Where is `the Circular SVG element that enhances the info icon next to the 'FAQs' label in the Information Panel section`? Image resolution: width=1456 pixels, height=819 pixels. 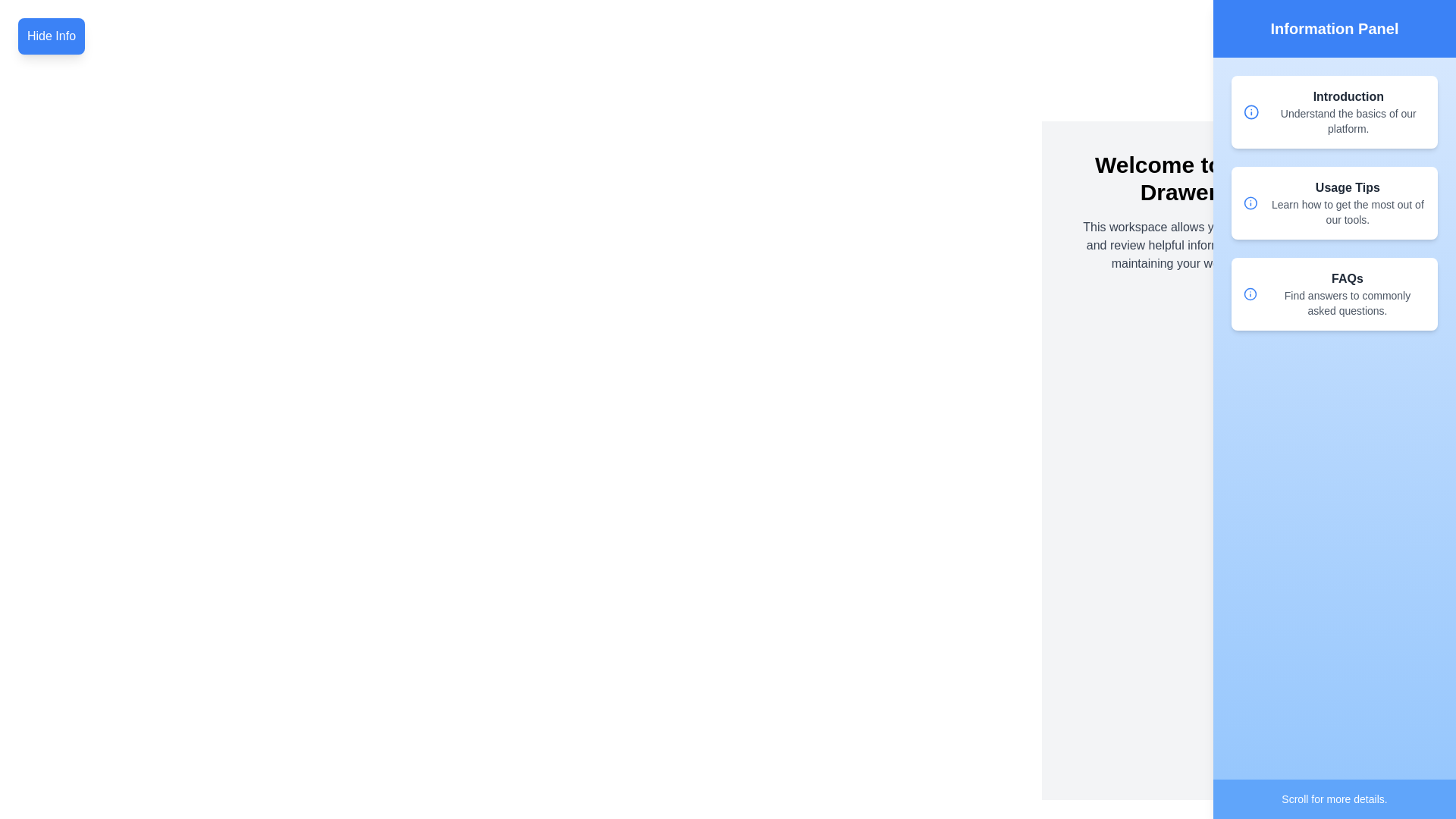
the Circular SVG element that enhances the info icon next to the 'FAQs' label in the Information Panel section is located at coordinates (1251, 111).